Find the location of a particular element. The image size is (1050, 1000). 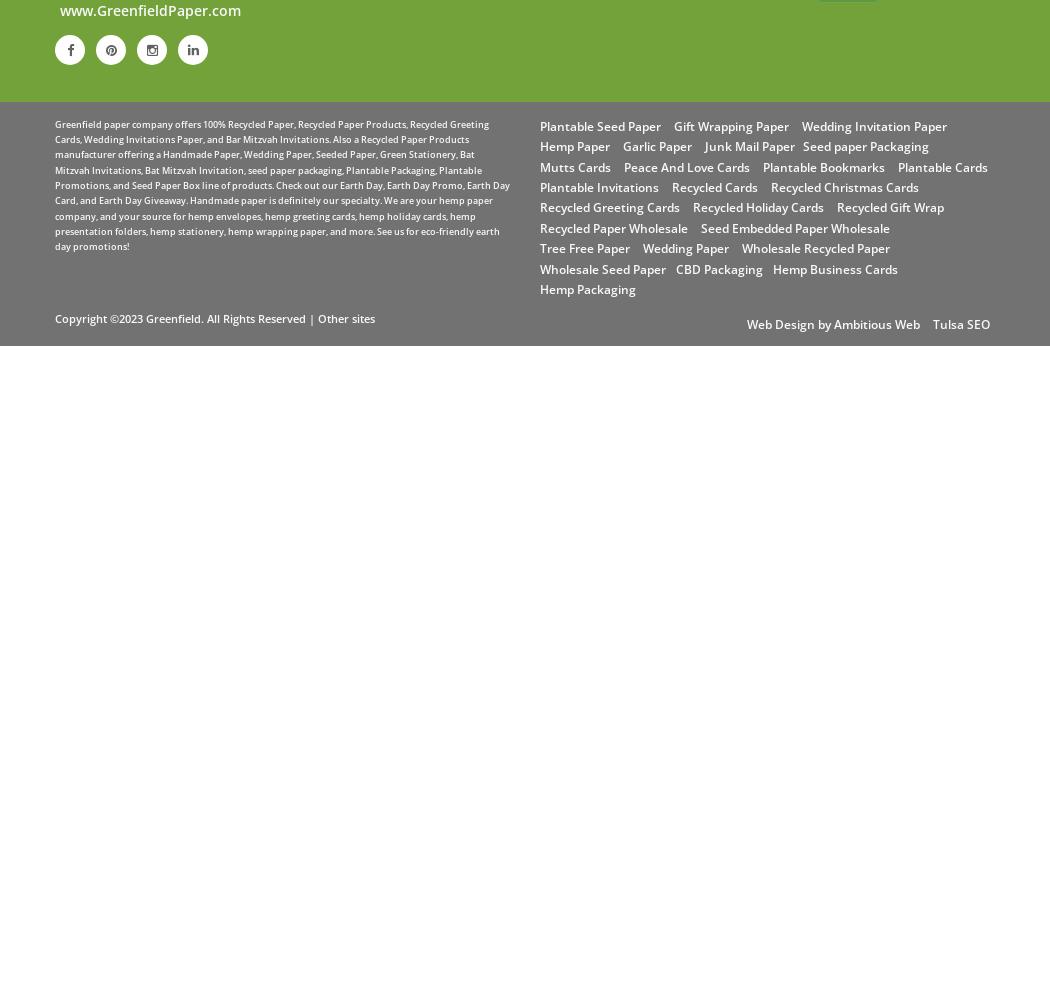

'Earth Day 
					Promo' is located at coordinates (424, 185).